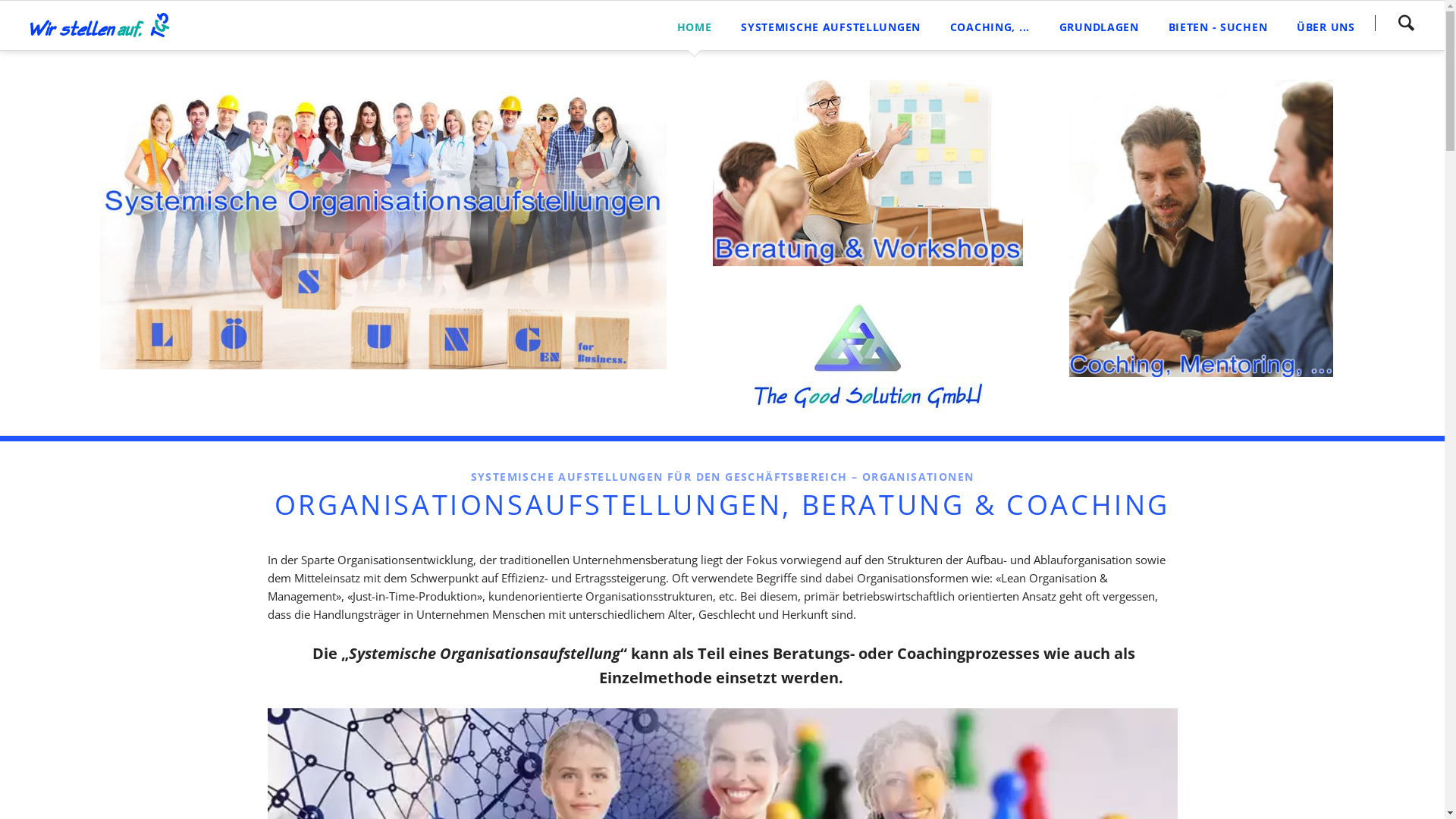 The height and width of the screenshot is (819, 1456). Describe the element at coordinates (1375, 23) in the screenshot. I see `'Suchen'` at that location.